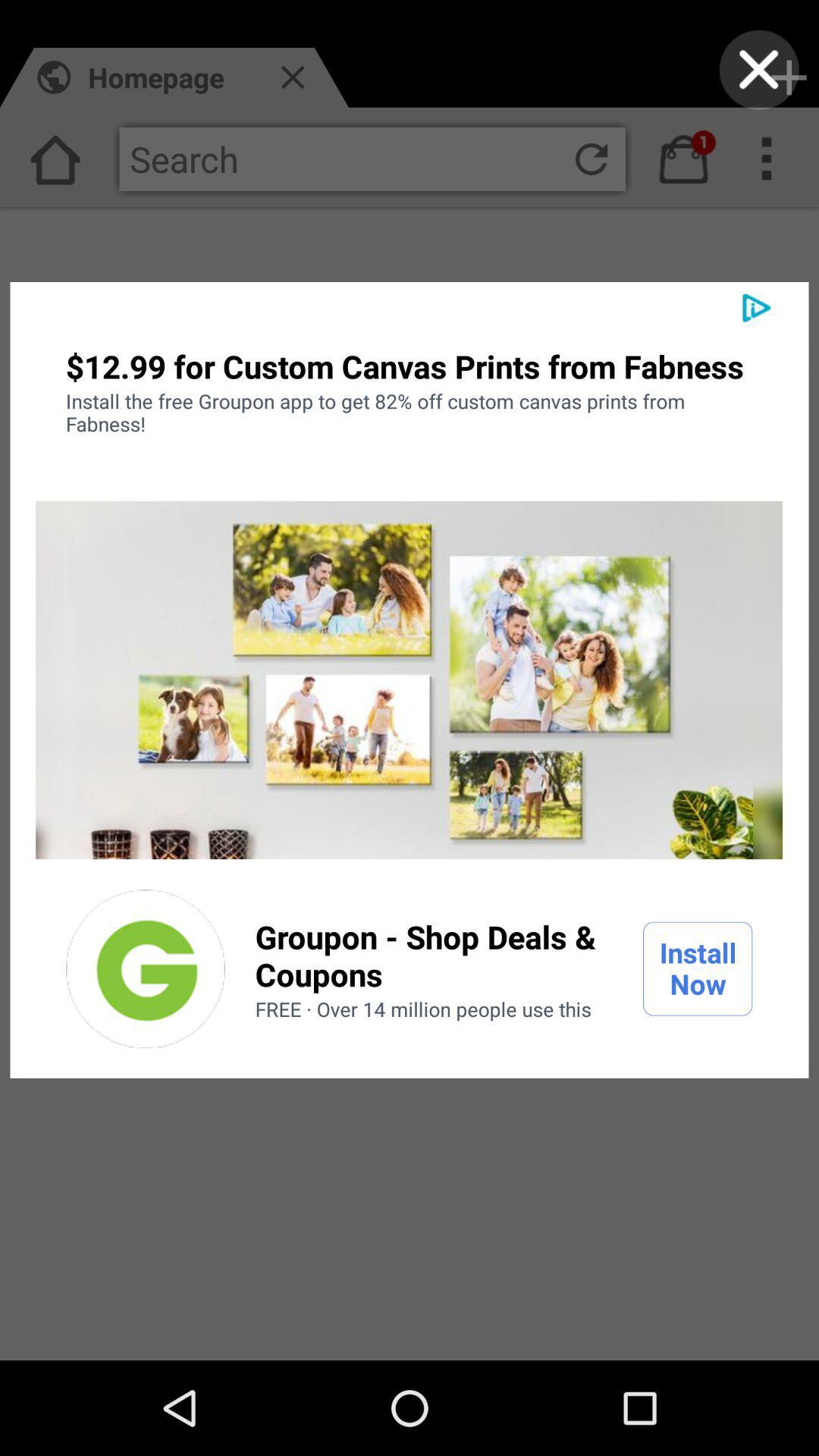 This screenshot has height=1456, width=819. Describe the element at coordinates (698, 968) in the screenshot. I see `icon next to groupon shop deals item` at that location.